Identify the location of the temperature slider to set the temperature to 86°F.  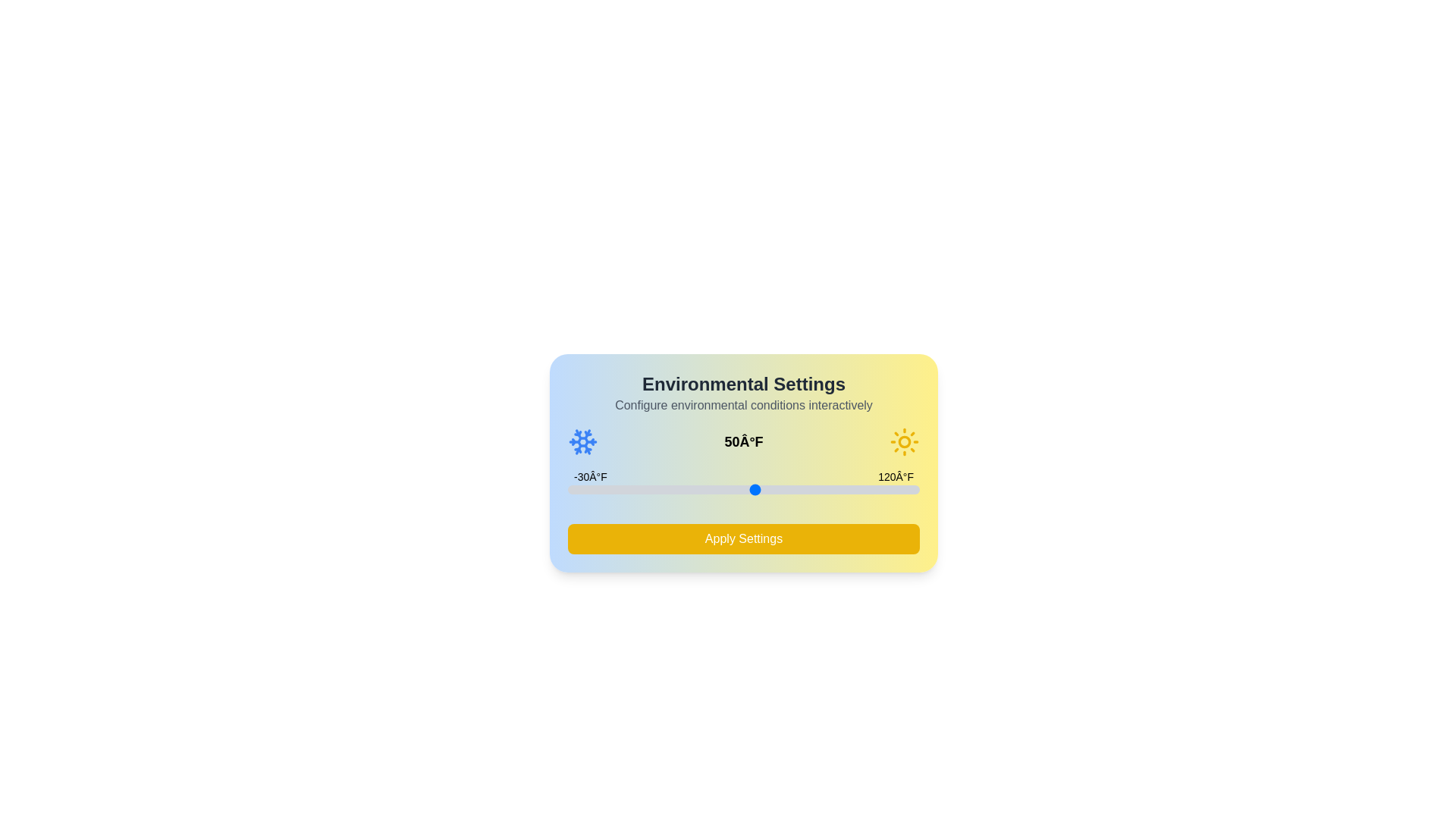
(839, 489).